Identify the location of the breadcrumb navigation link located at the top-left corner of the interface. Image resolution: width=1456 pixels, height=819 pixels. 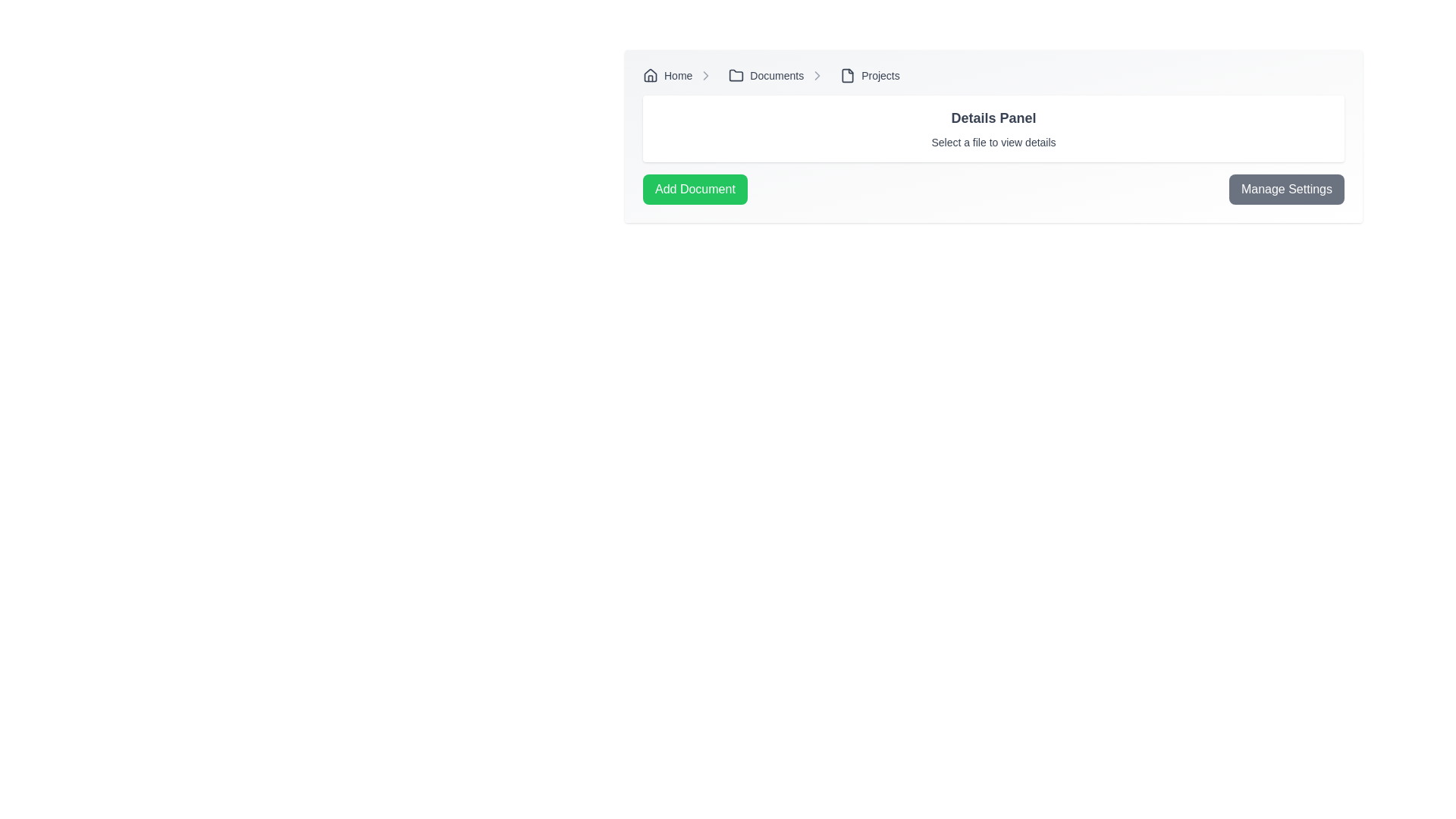
(667, 76).